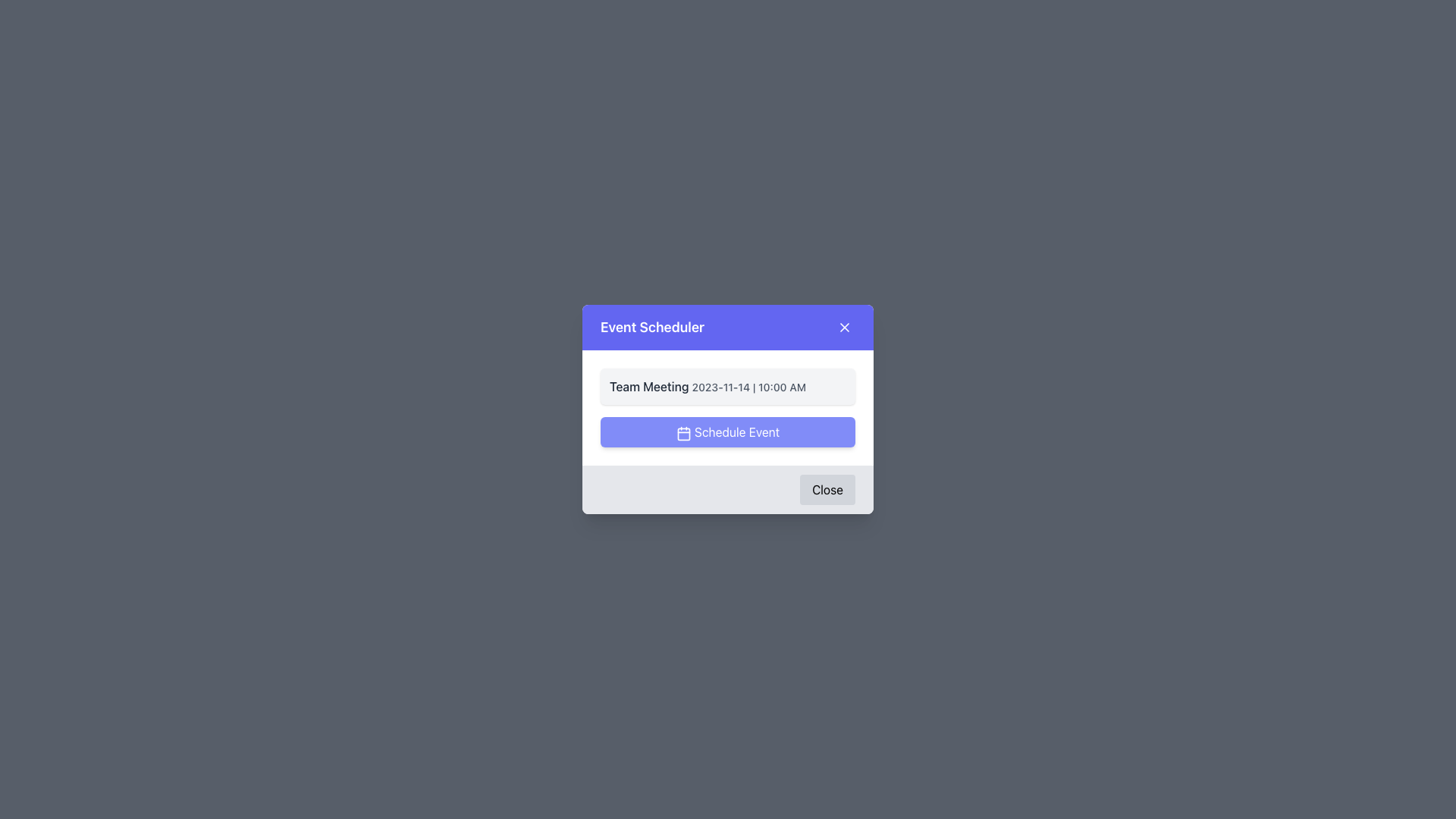  What do you see at coordinates (728, 385) in the screenshot?
I see `the text element displaying event details, which is located below the 'Event Scheduler' header and above the 'Schedule Event' button in the modal dialog` at bounding box center [728, 385].